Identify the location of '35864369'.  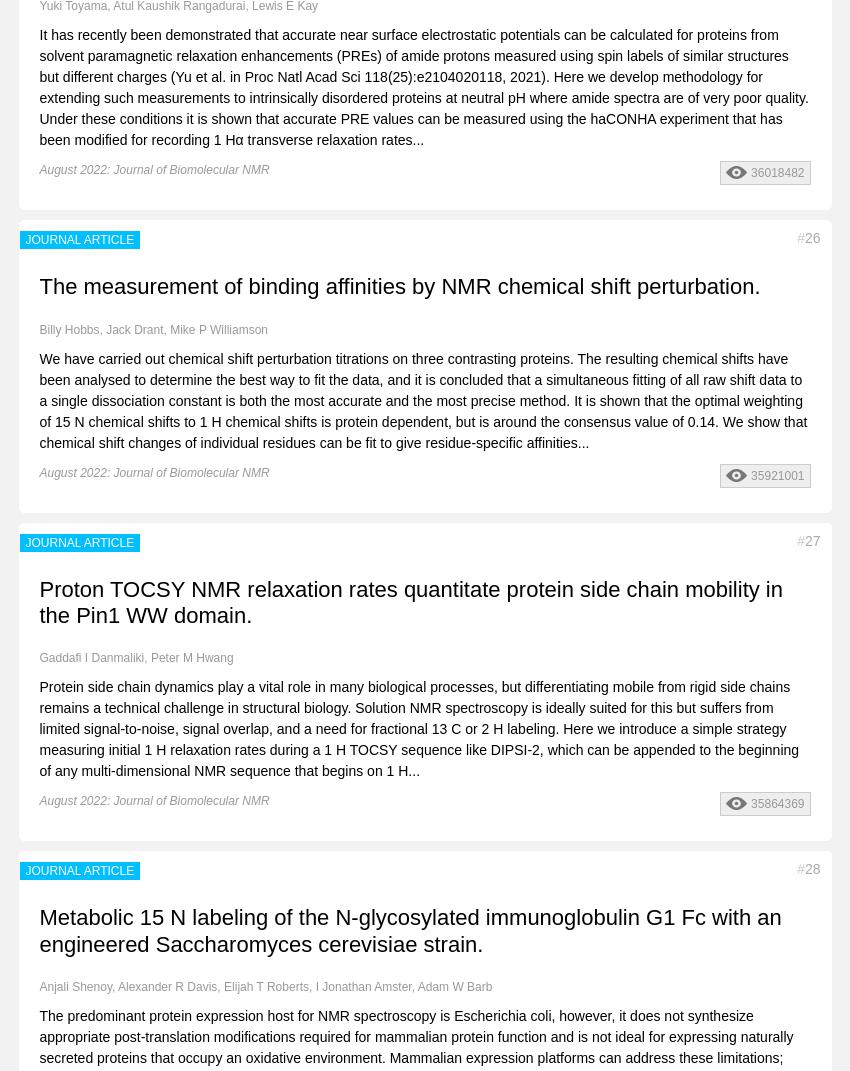
(776, 802).